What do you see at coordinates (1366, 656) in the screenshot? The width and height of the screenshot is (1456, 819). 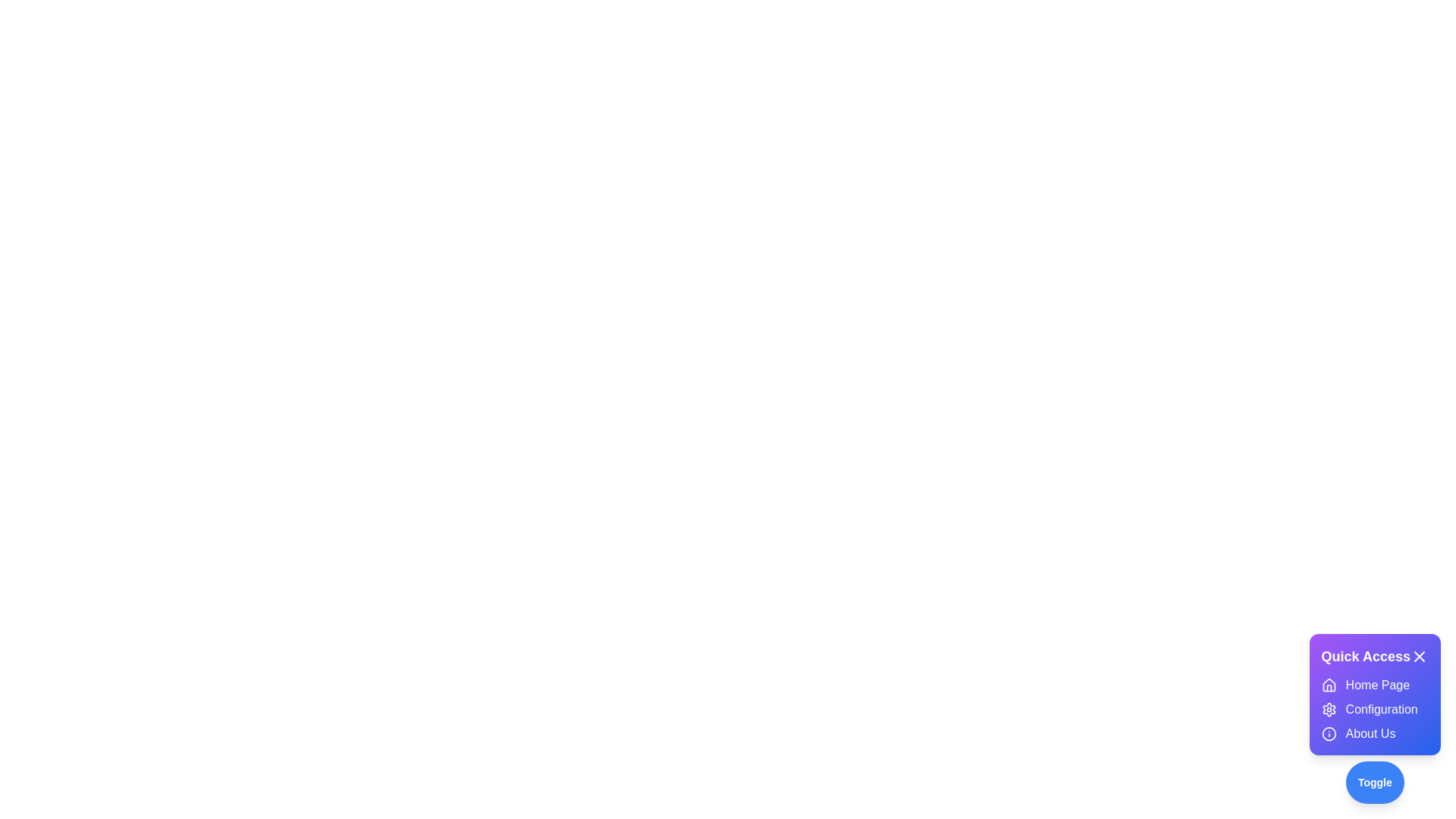 I see `the 'Quick Access' static text label, which is styled in bold and positioned at the top of a blue box with rounded corners` at bounding box center [1366, 656].